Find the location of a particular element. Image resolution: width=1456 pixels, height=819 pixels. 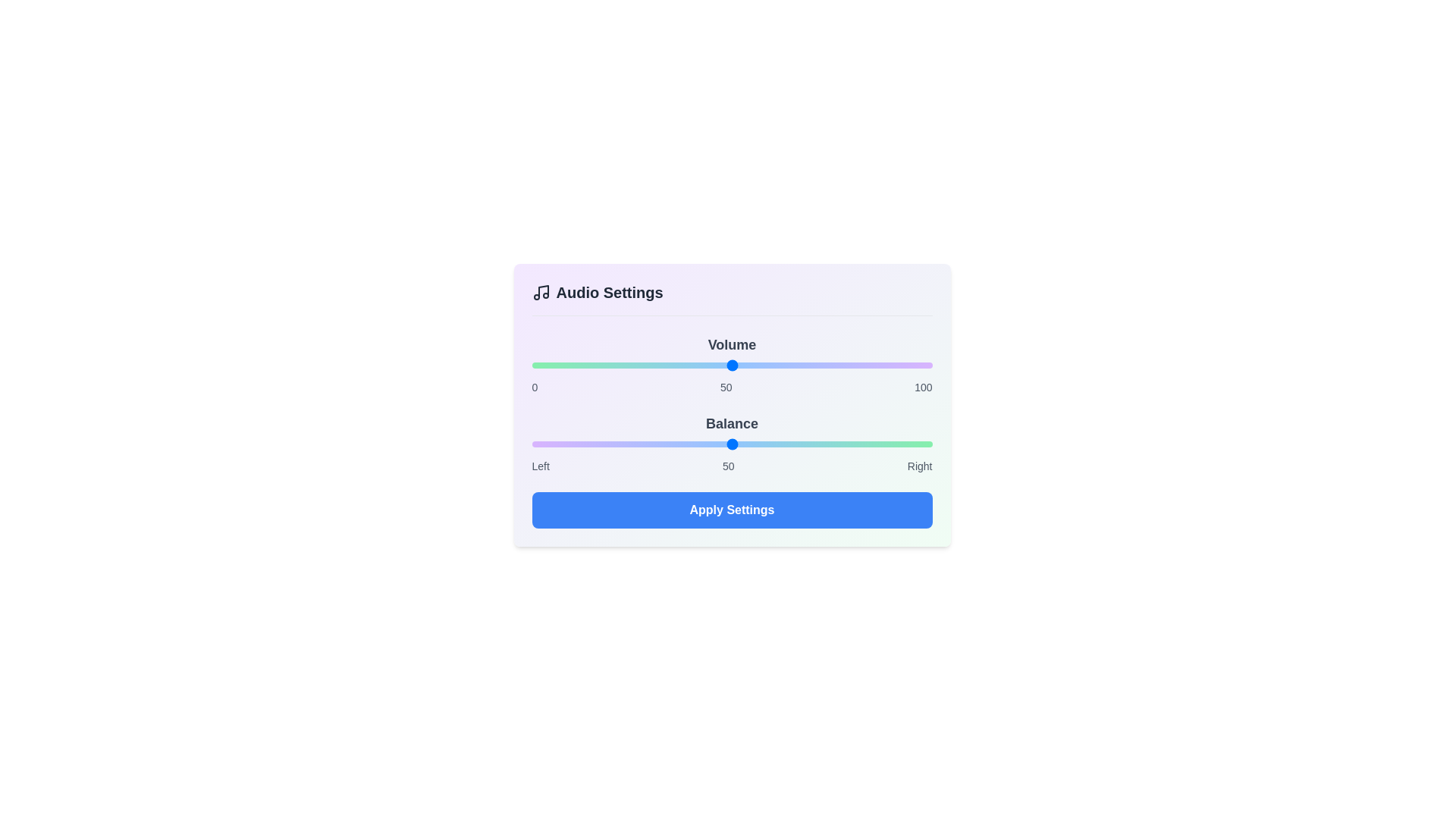

balance is located at coordinates (544, 444).